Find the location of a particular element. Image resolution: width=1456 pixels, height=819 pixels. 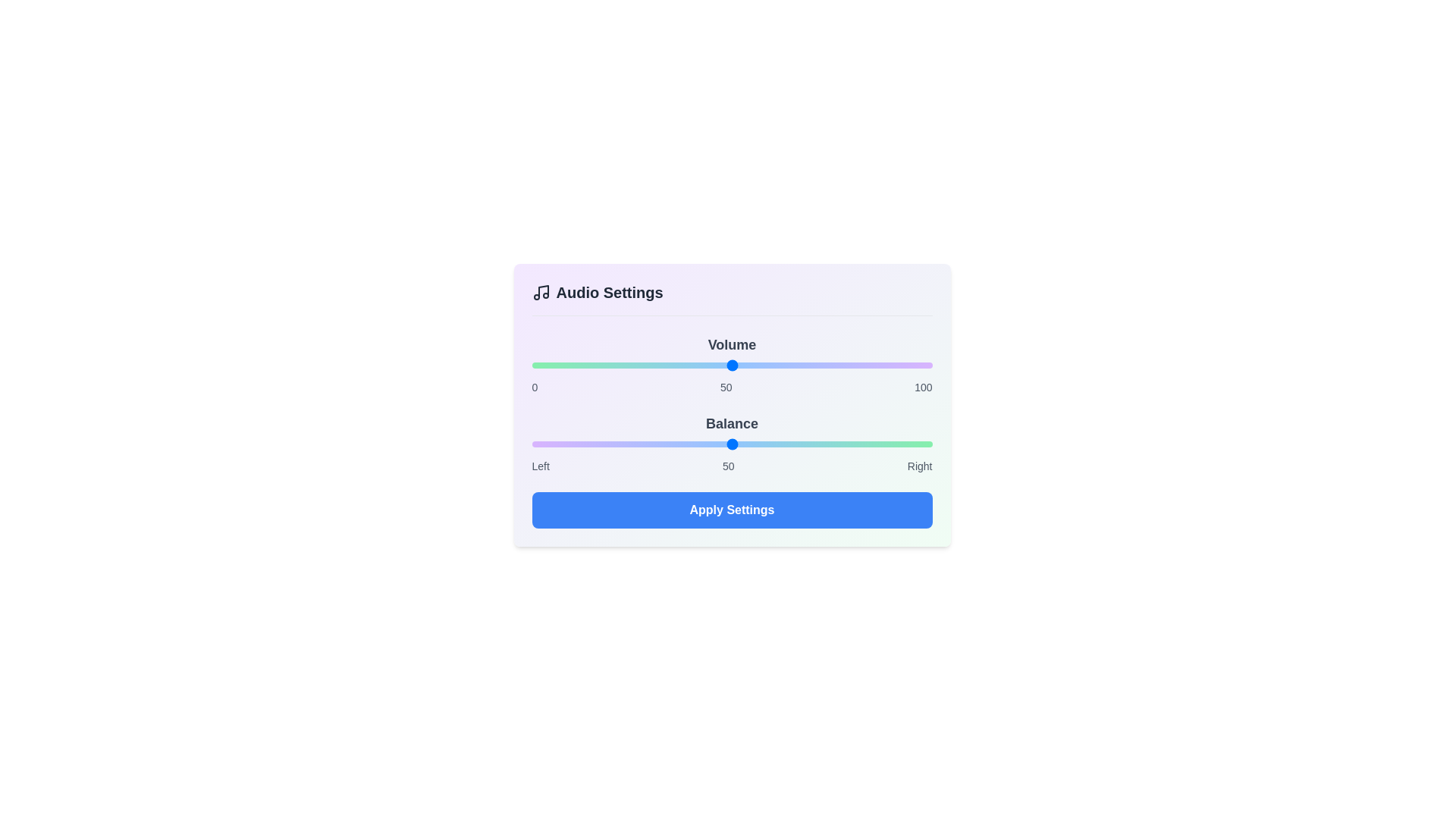

balance is located at coordinates (544, 444).